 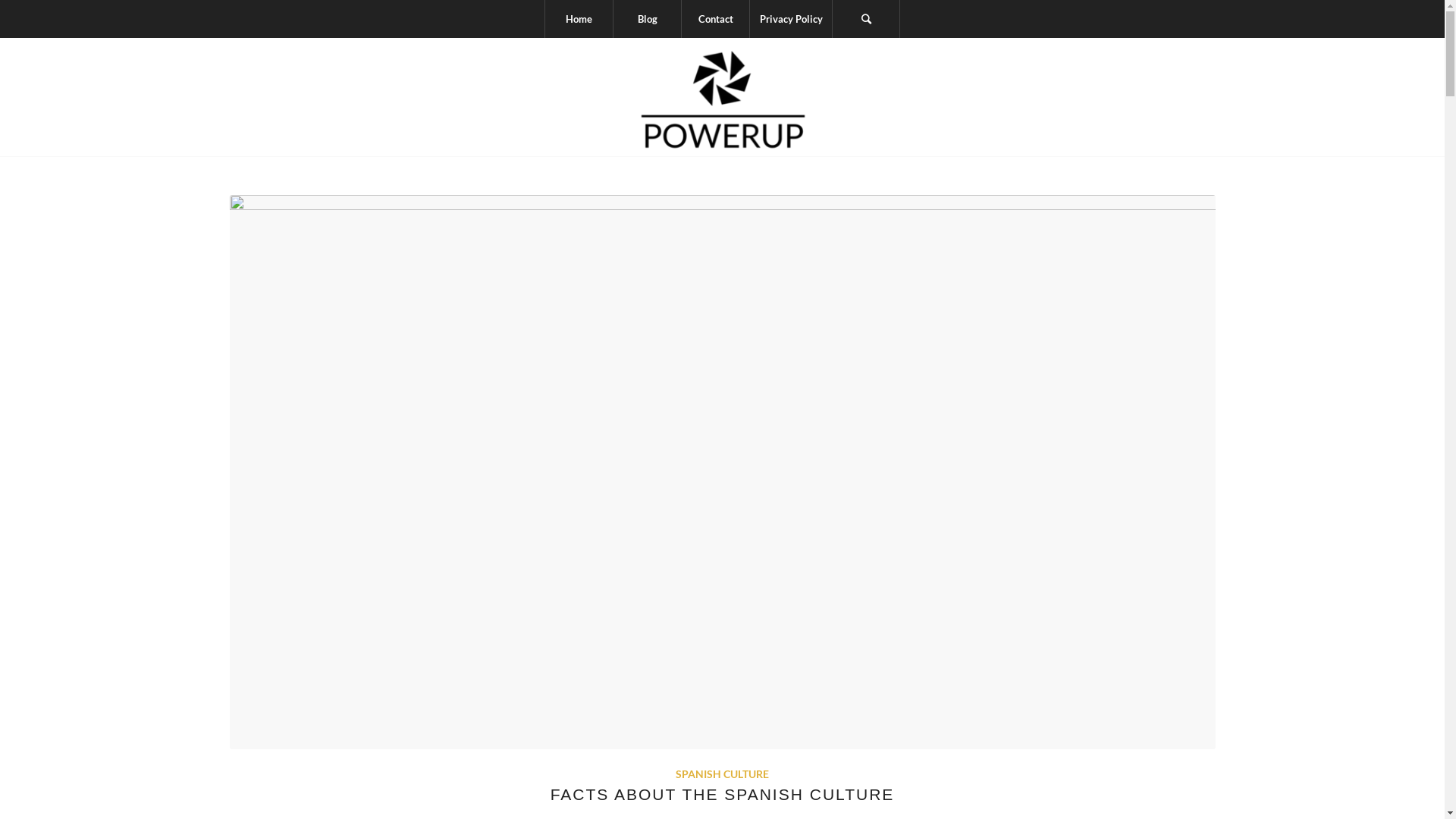 I want to click on 'Blog', so click(x=647, y=18).